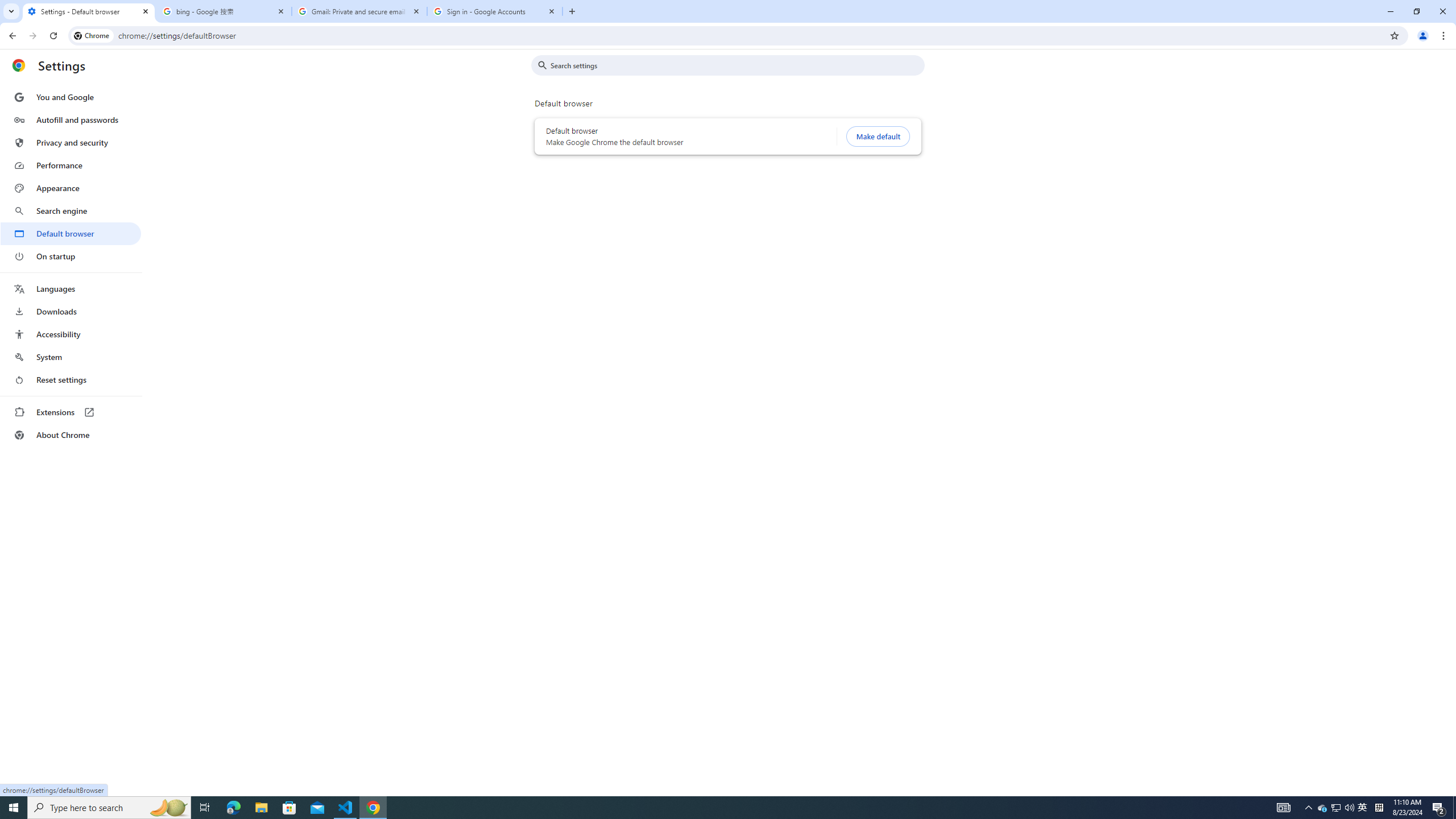  What do you see at coordinates (70, 119) in the screenshot?
I see `'Autofill and passwords'` at bounding box center [70, 119].